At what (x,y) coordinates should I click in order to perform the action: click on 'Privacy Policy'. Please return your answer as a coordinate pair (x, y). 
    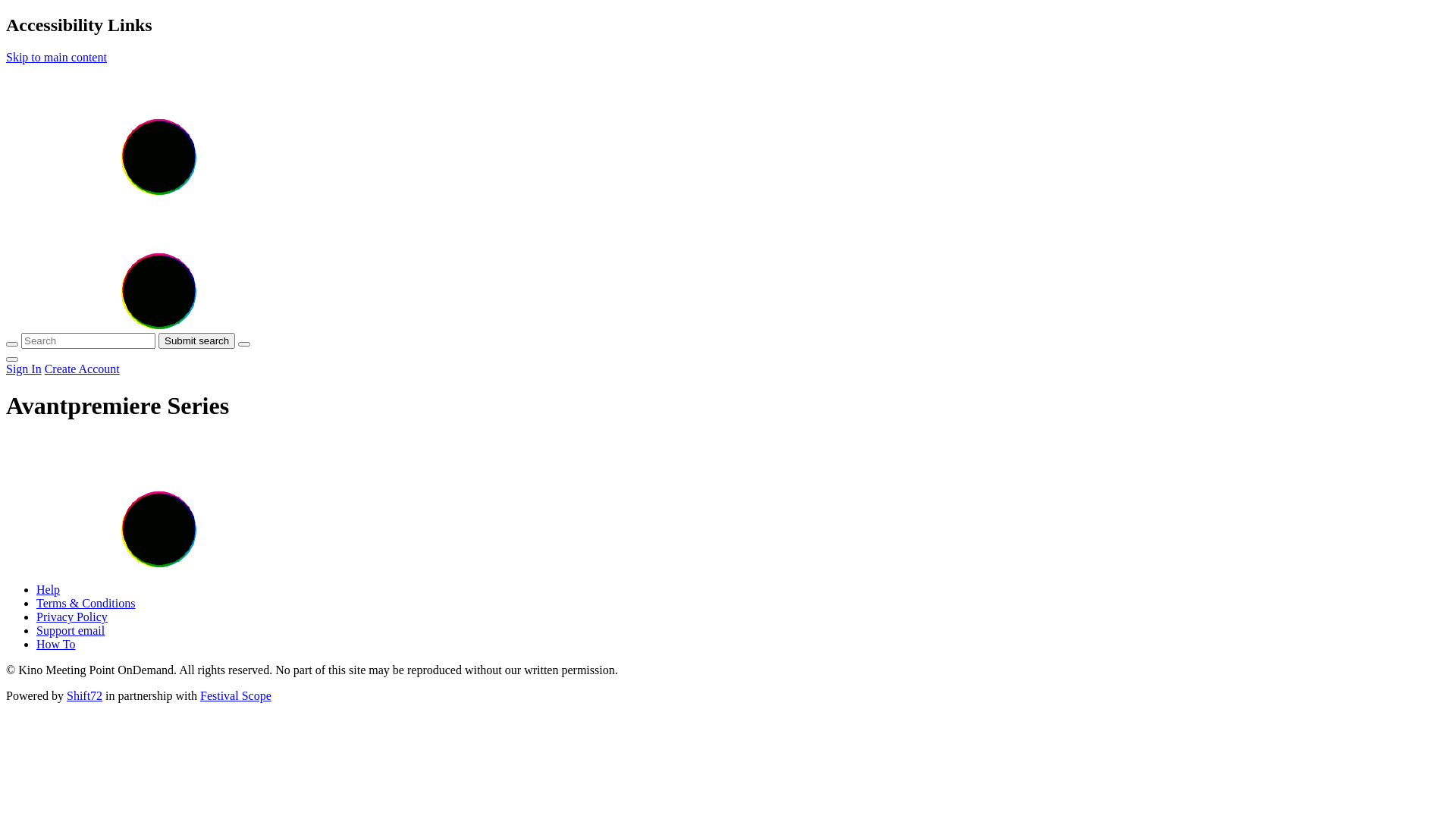
    Looking at the image, I should click on (71, 617).